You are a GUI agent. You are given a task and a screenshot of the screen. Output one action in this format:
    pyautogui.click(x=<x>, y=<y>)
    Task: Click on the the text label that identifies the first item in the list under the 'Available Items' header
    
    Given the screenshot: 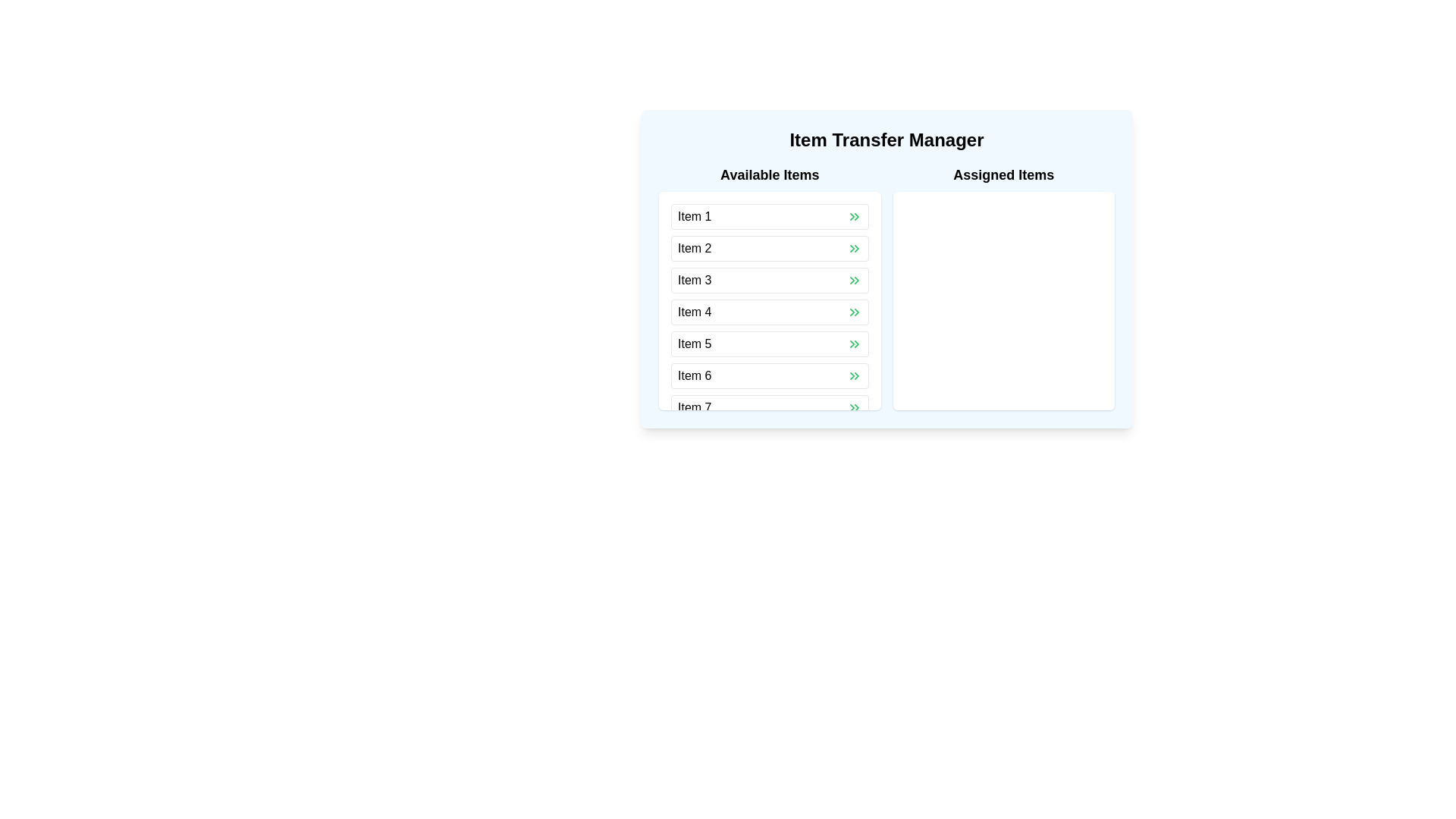 What is the action you would take?
    pyautogui.click(x=694, y=216)
    